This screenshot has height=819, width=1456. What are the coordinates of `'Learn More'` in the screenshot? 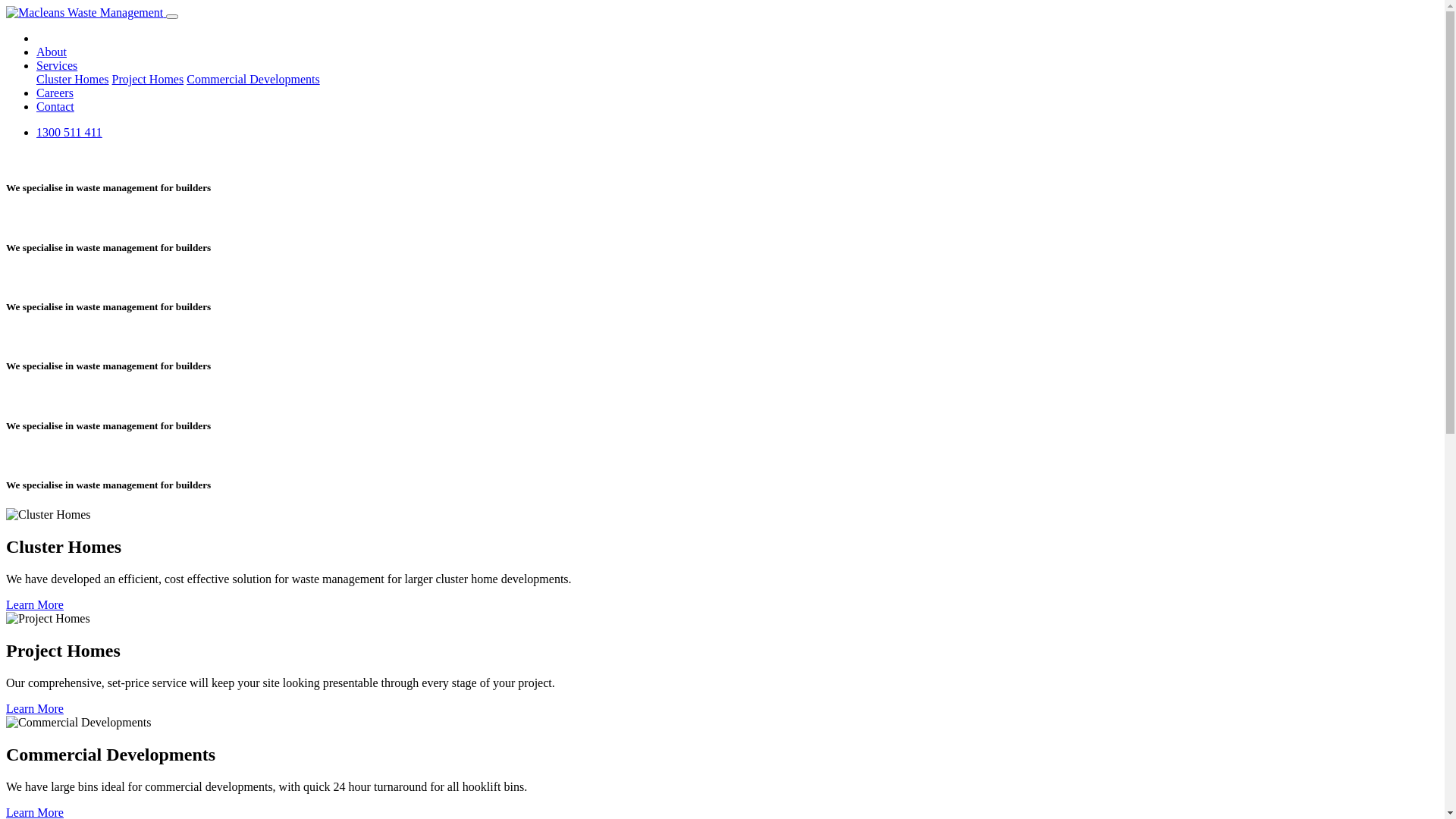 It's located at (35, 708).